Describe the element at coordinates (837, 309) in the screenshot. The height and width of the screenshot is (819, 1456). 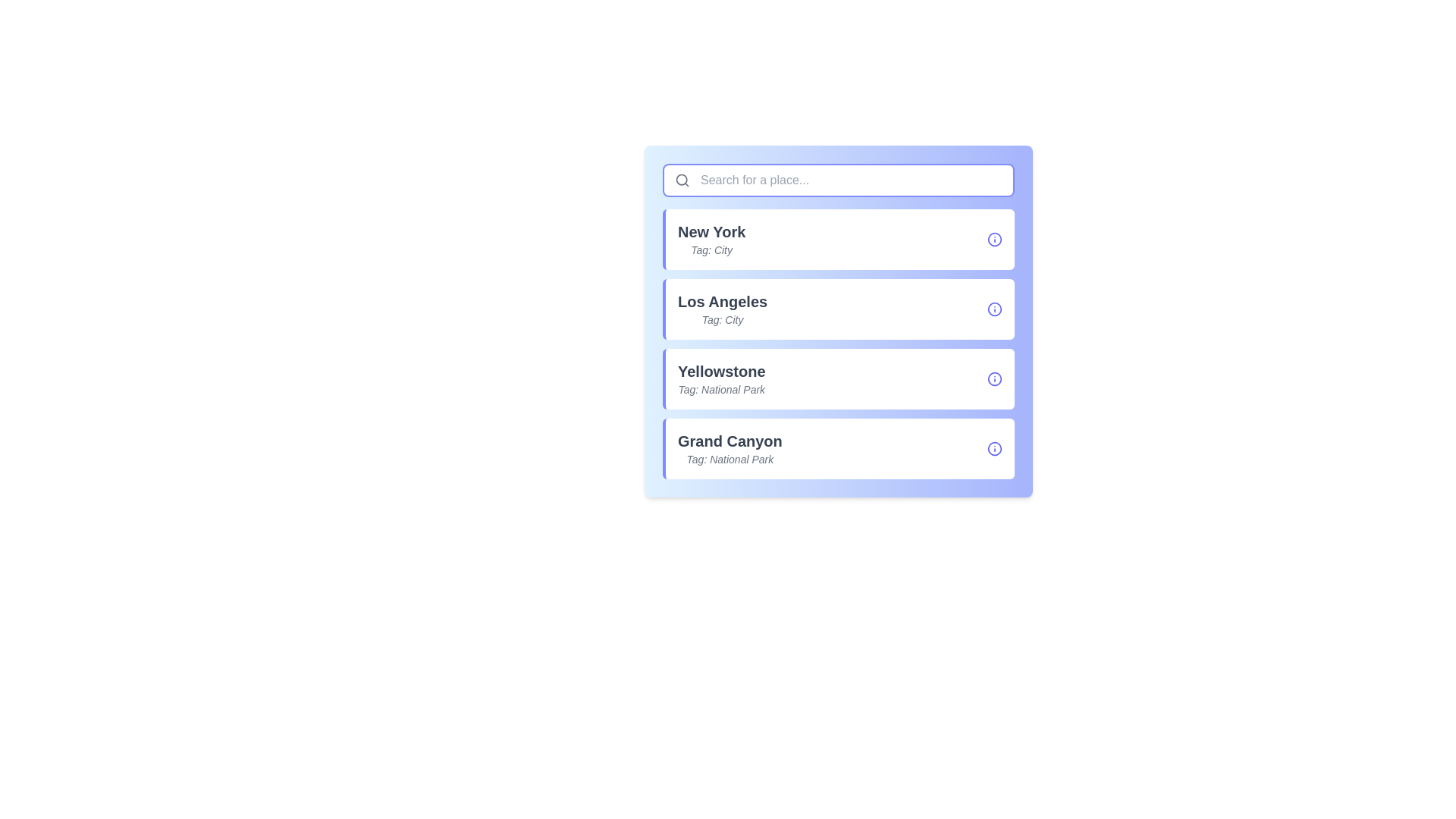
I see `the 'Los Angeles' list item card for keyboard navigation` at that location.